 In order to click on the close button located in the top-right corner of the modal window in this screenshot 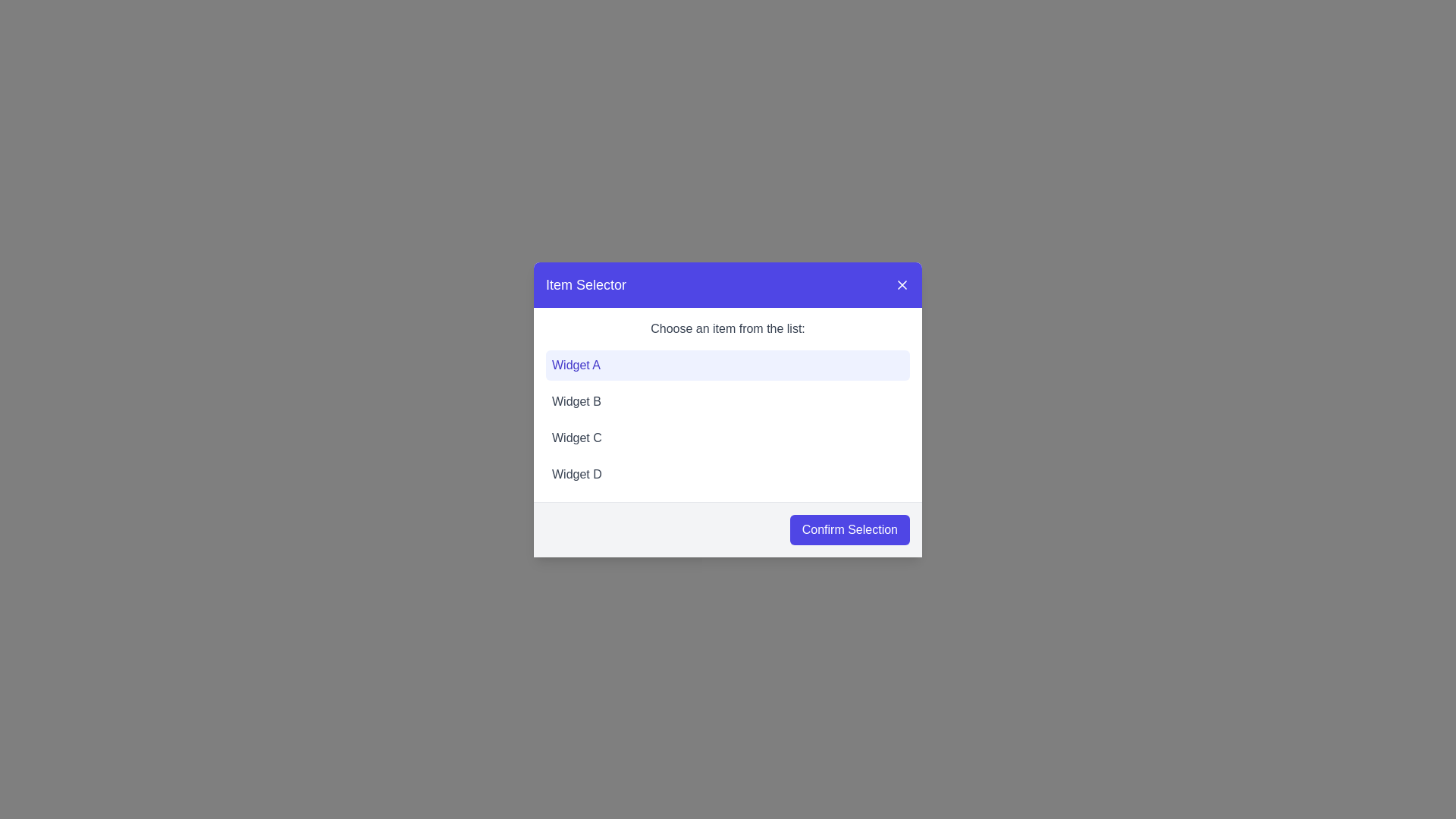, I will do `click(902, 284)`.